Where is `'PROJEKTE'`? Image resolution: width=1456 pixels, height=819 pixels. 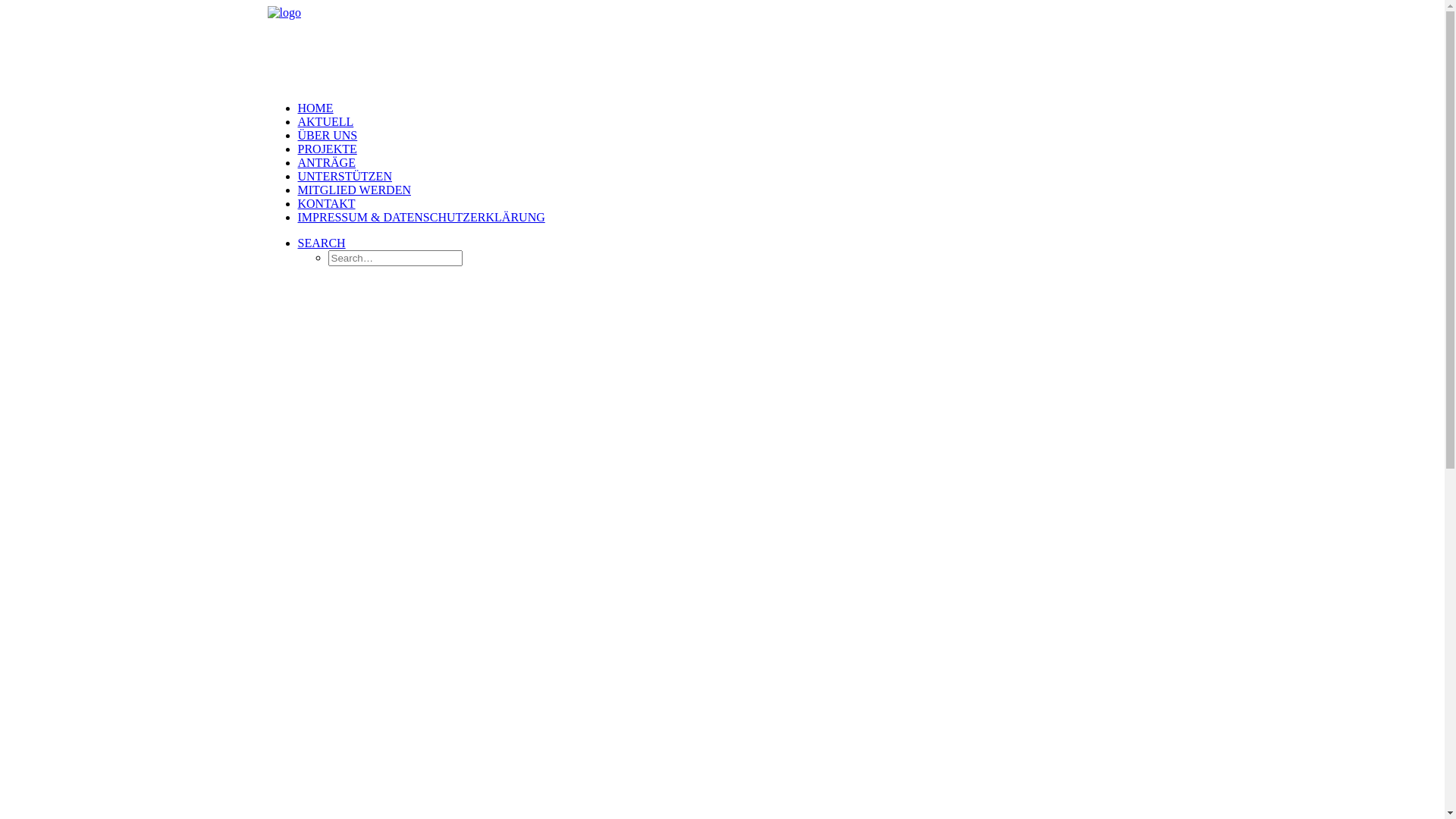 'PROJEKTE' is located at coordinates (326, 149).